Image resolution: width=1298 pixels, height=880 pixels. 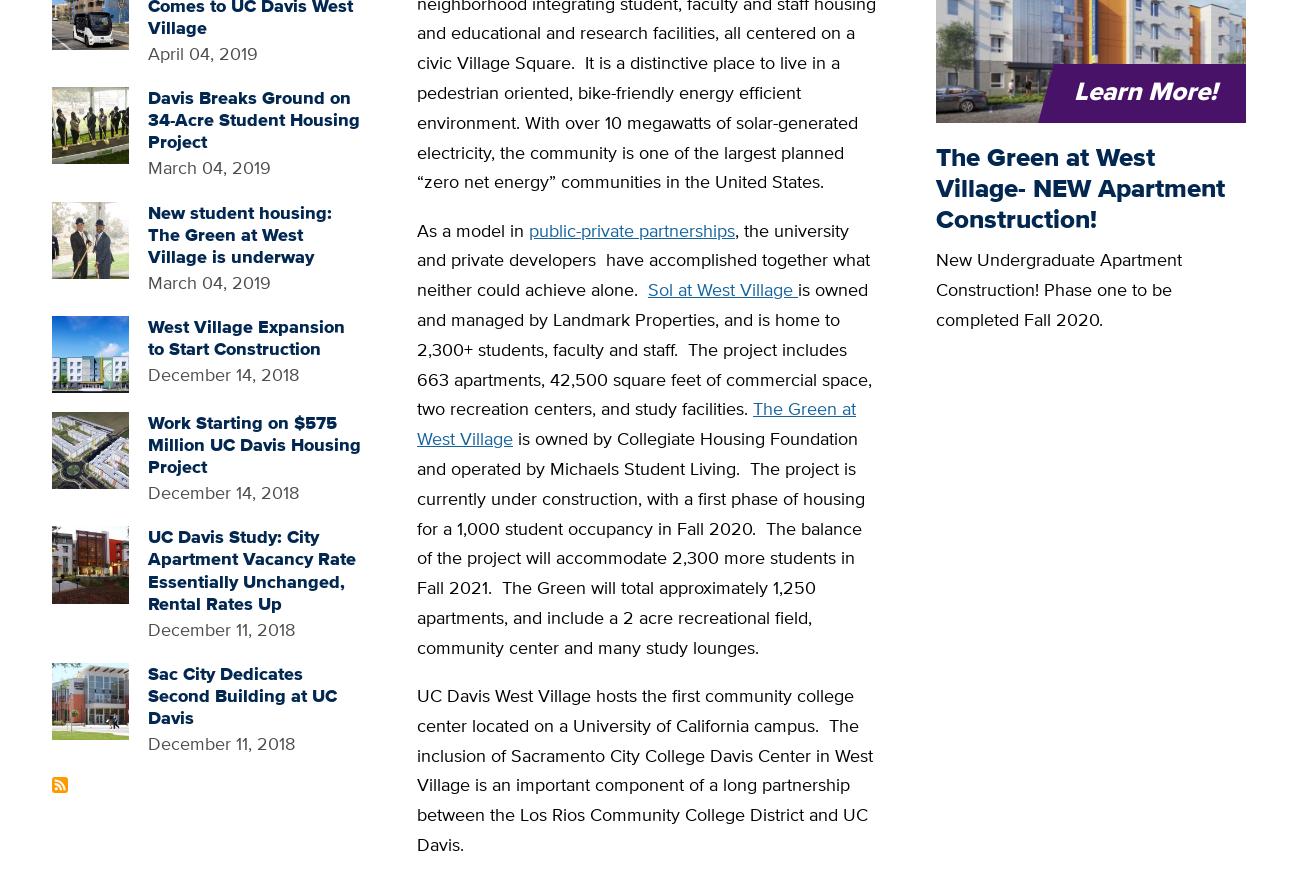 I want to click on 'Sac City Dedicates Second Building at UC Davis', so click(x=241, y=694).